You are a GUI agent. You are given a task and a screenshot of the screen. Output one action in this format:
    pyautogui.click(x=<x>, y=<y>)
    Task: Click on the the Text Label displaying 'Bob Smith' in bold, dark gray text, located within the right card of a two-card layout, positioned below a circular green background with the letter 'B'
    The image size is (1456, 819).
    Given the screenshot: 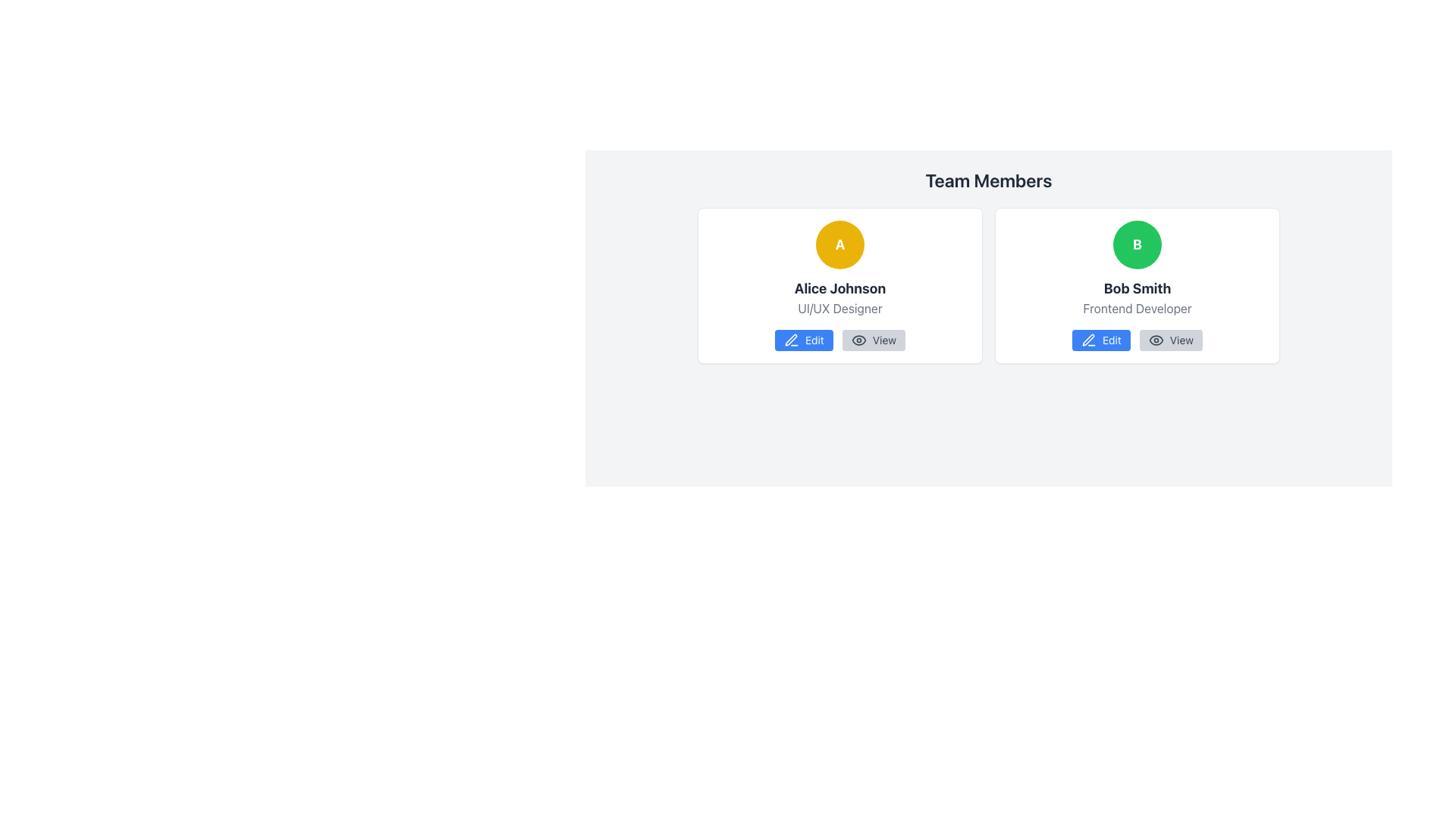 What is the action you would take?
    pyautogui.click(x=1137, y=289)
    